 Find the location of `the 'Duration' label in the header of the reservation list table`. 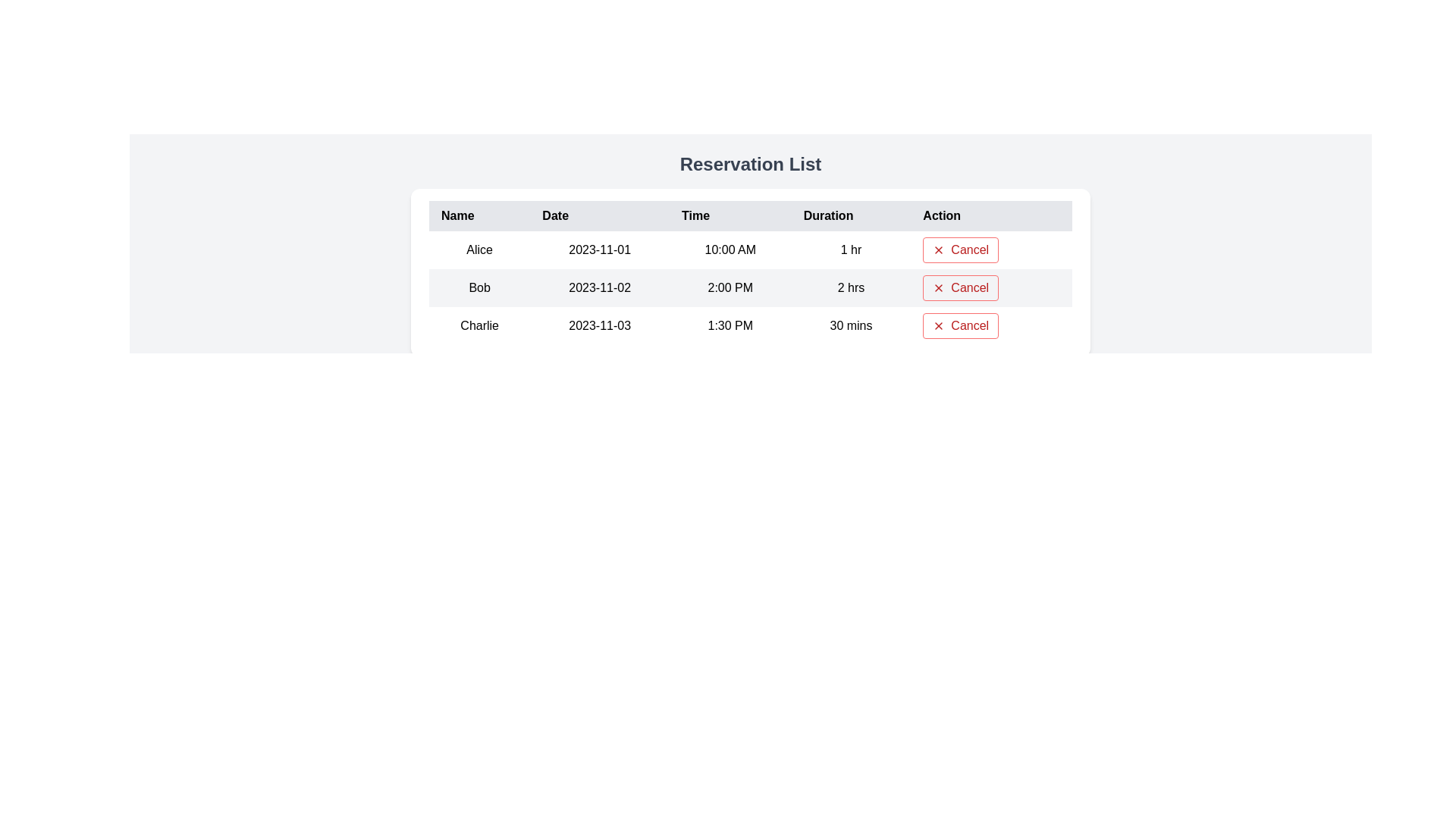

the 'Duration' label in the header of the reservation list table is located at coordinates (851, 216).